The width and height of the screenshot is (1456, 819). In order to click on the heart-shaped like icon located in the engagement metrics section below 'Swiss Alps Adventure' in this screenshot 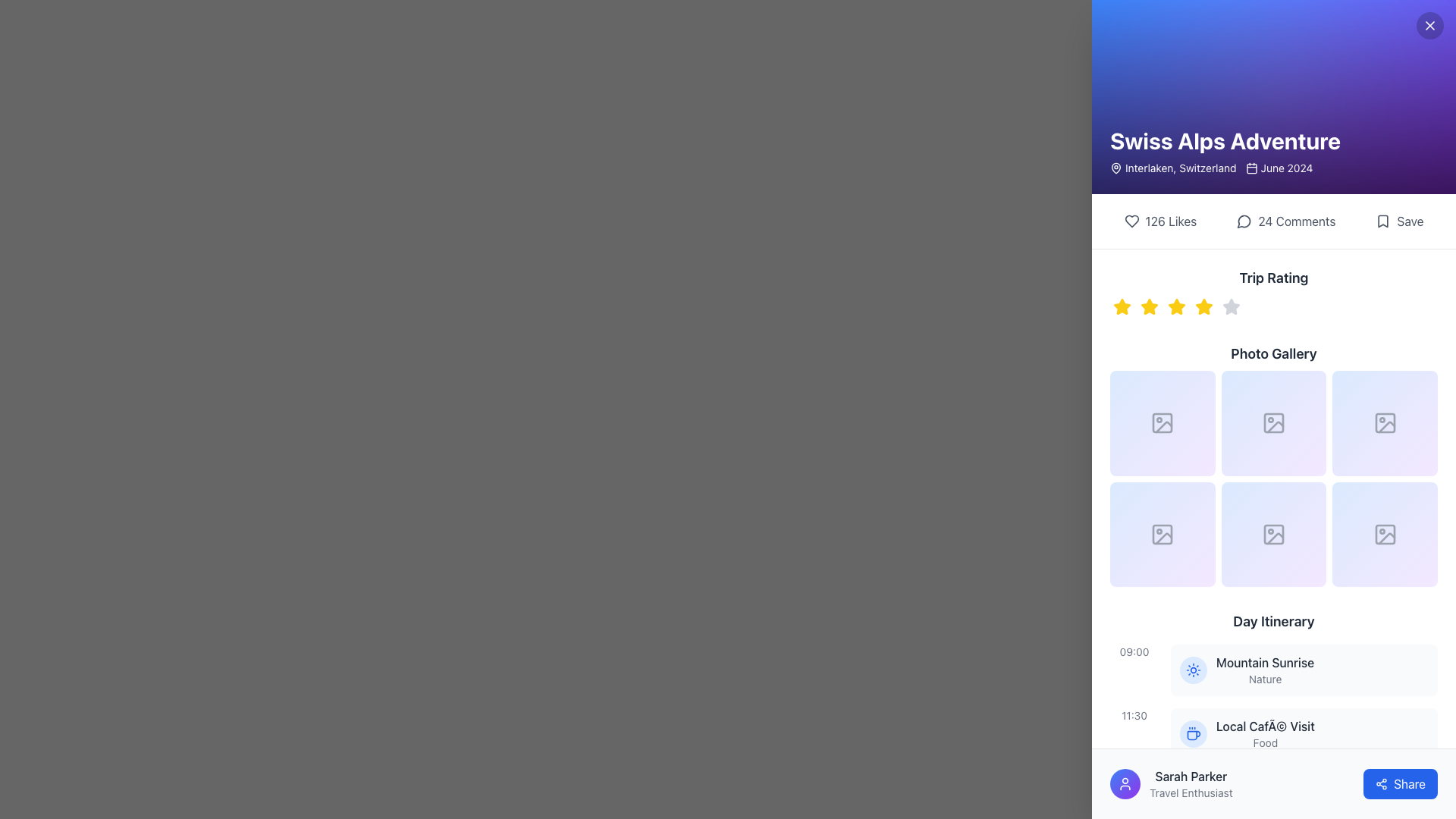, I will do `click(1131, 221)`.